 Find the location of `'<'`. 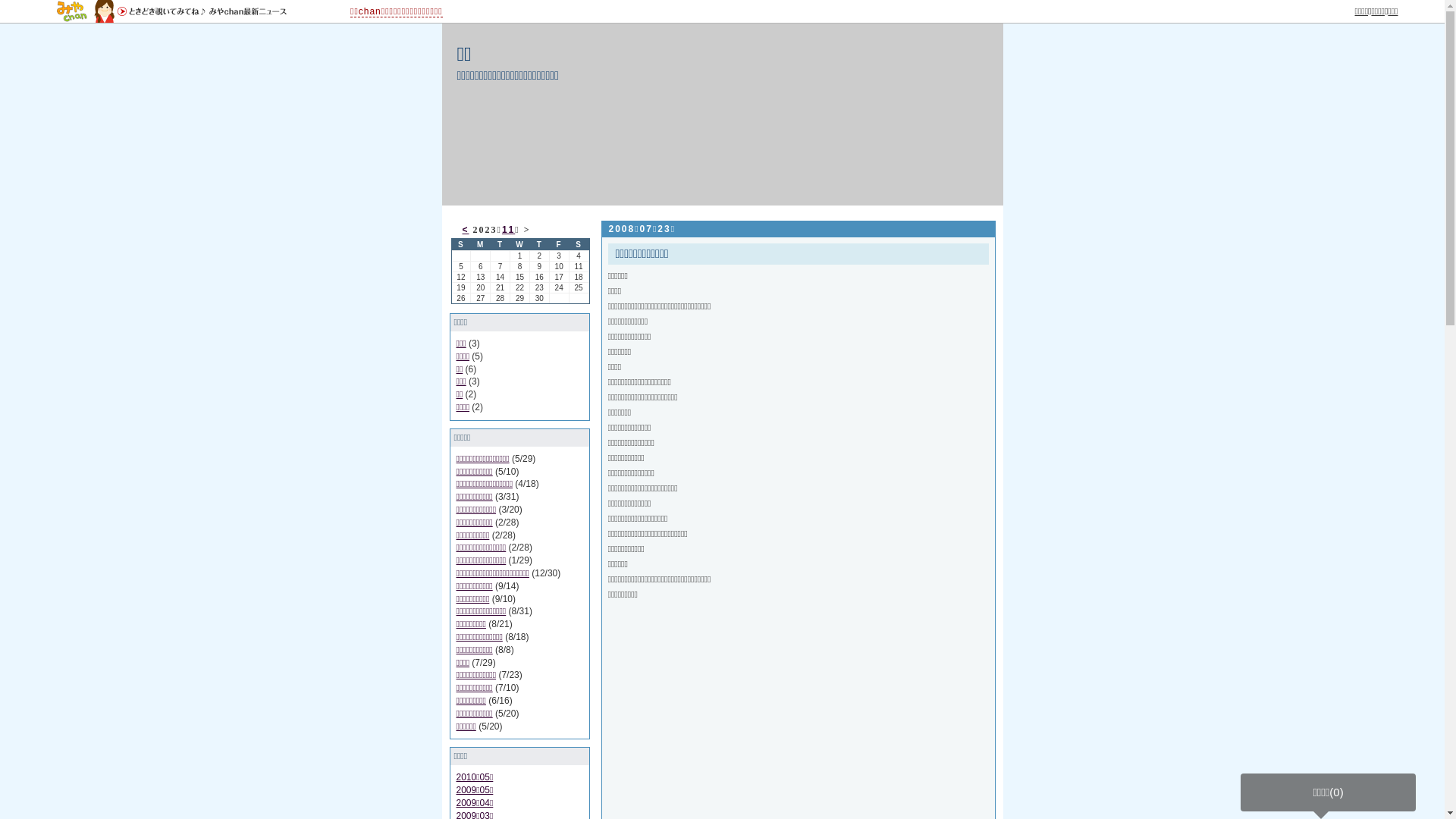

'<' is located at coordinates (461, 230).